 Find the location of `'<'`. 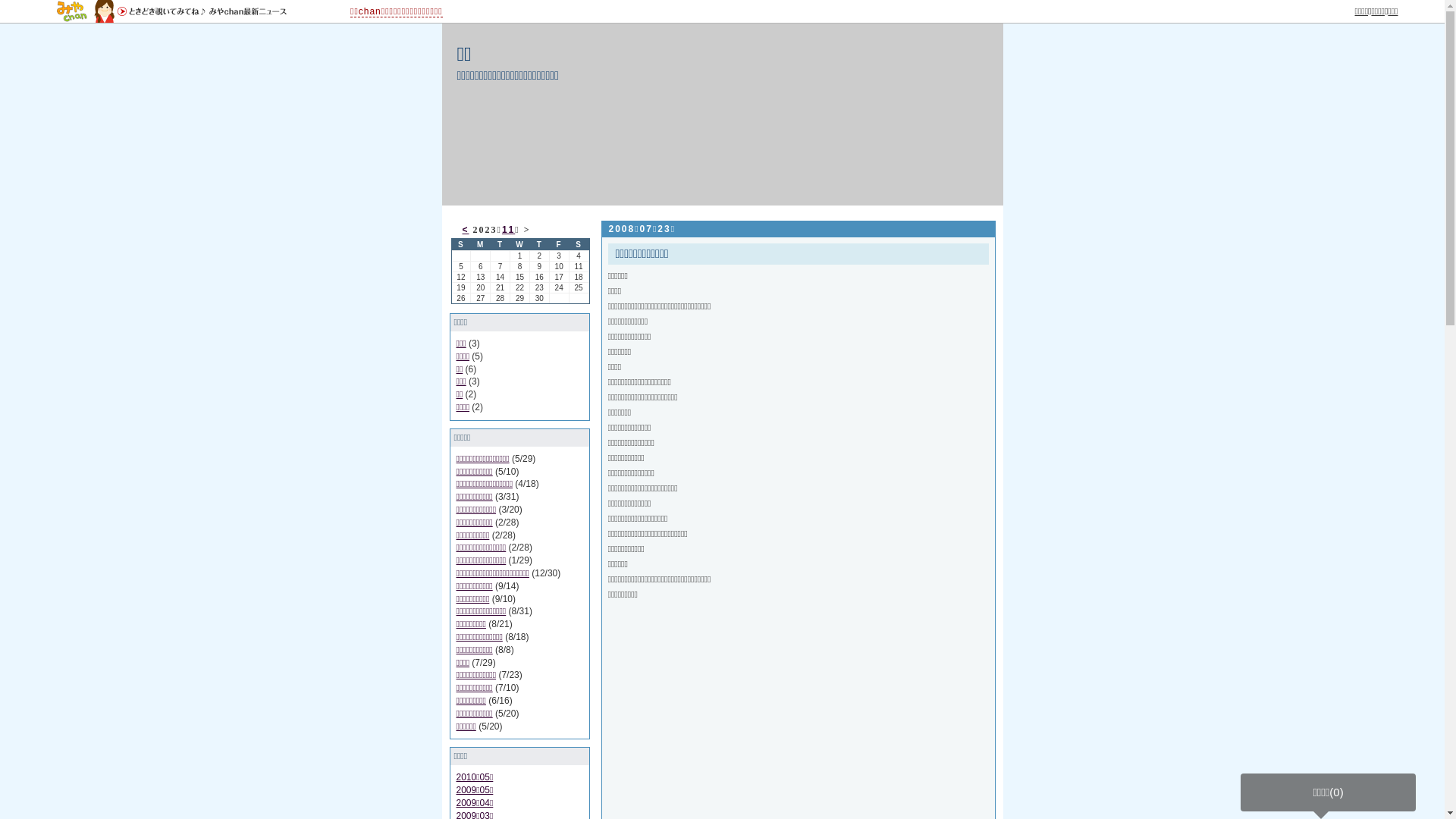

'<' is located at coordinates (461, 230).